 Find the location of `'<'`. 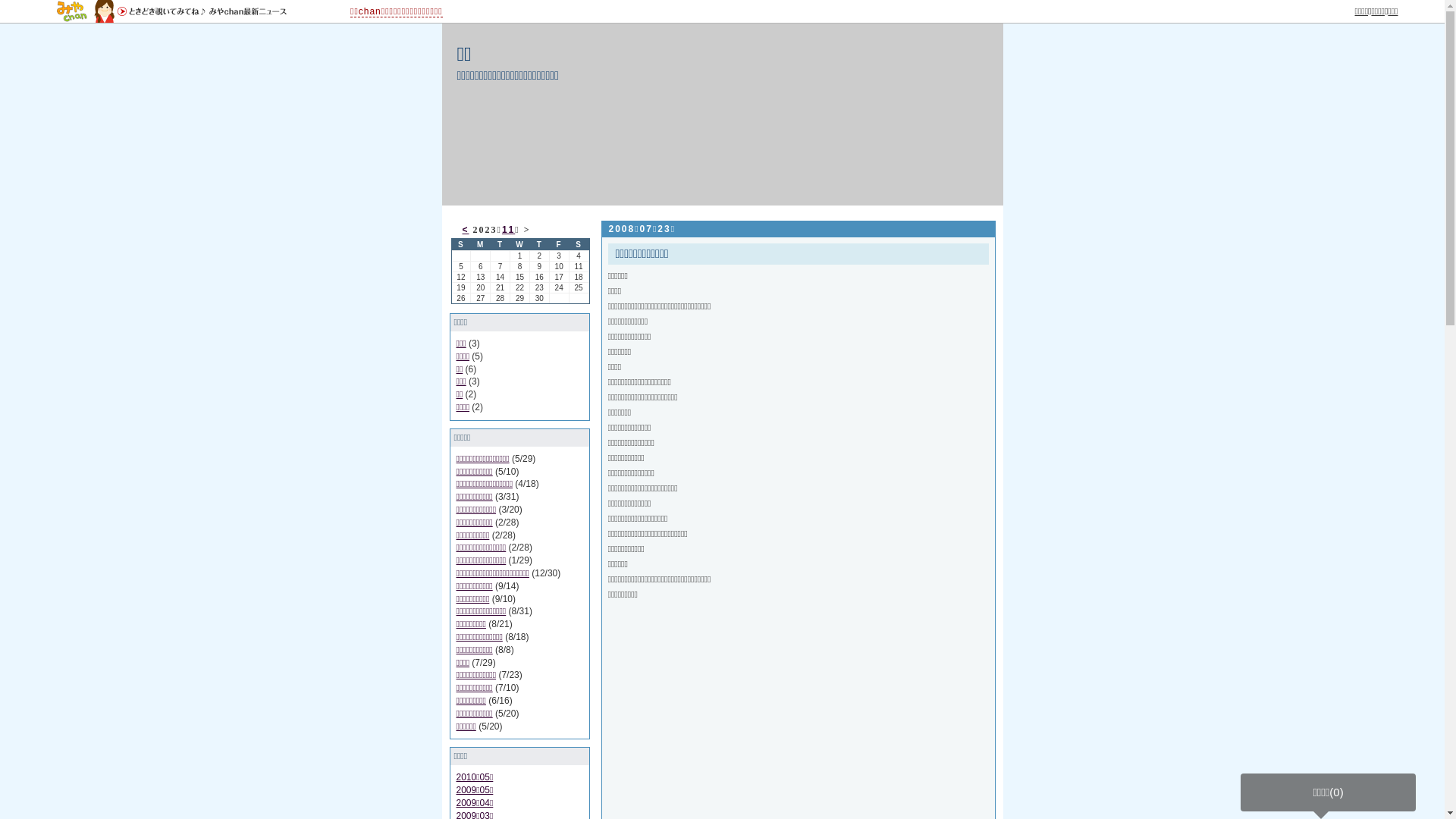

'<' is located at coordinates (461, 230).